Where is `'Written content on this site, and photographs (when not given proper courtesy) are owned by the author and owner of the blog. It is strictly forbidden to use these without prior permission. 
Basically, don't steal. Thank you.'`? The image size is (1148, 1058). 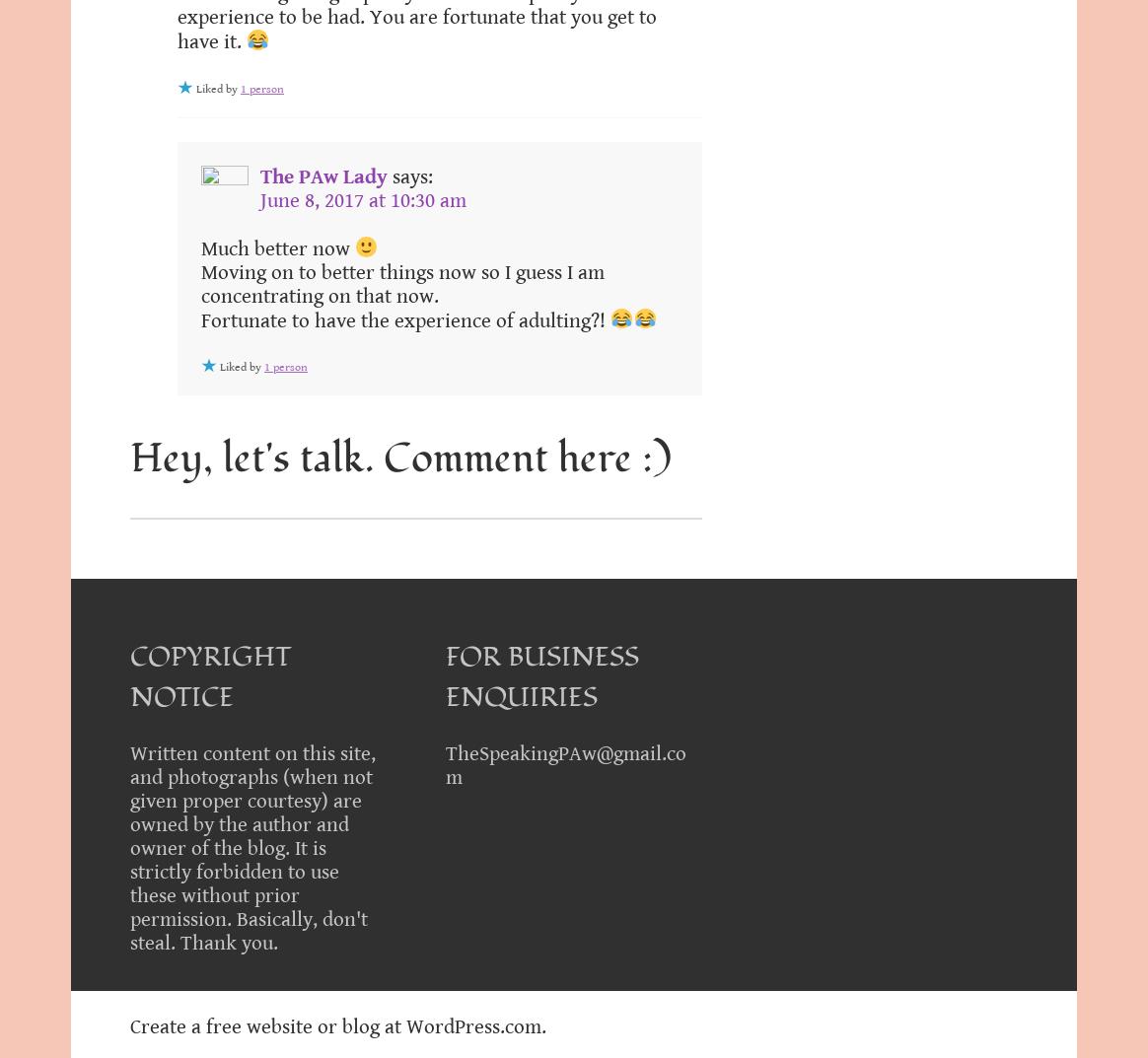
'Written content on this site, and photographs (when not given proper courtesy) are owned by the author and owner of the blog. It is strictly forbidden to use these without prior permission. 
Basically, don't steal. Thank you.' is located at coordinates (251, 847).